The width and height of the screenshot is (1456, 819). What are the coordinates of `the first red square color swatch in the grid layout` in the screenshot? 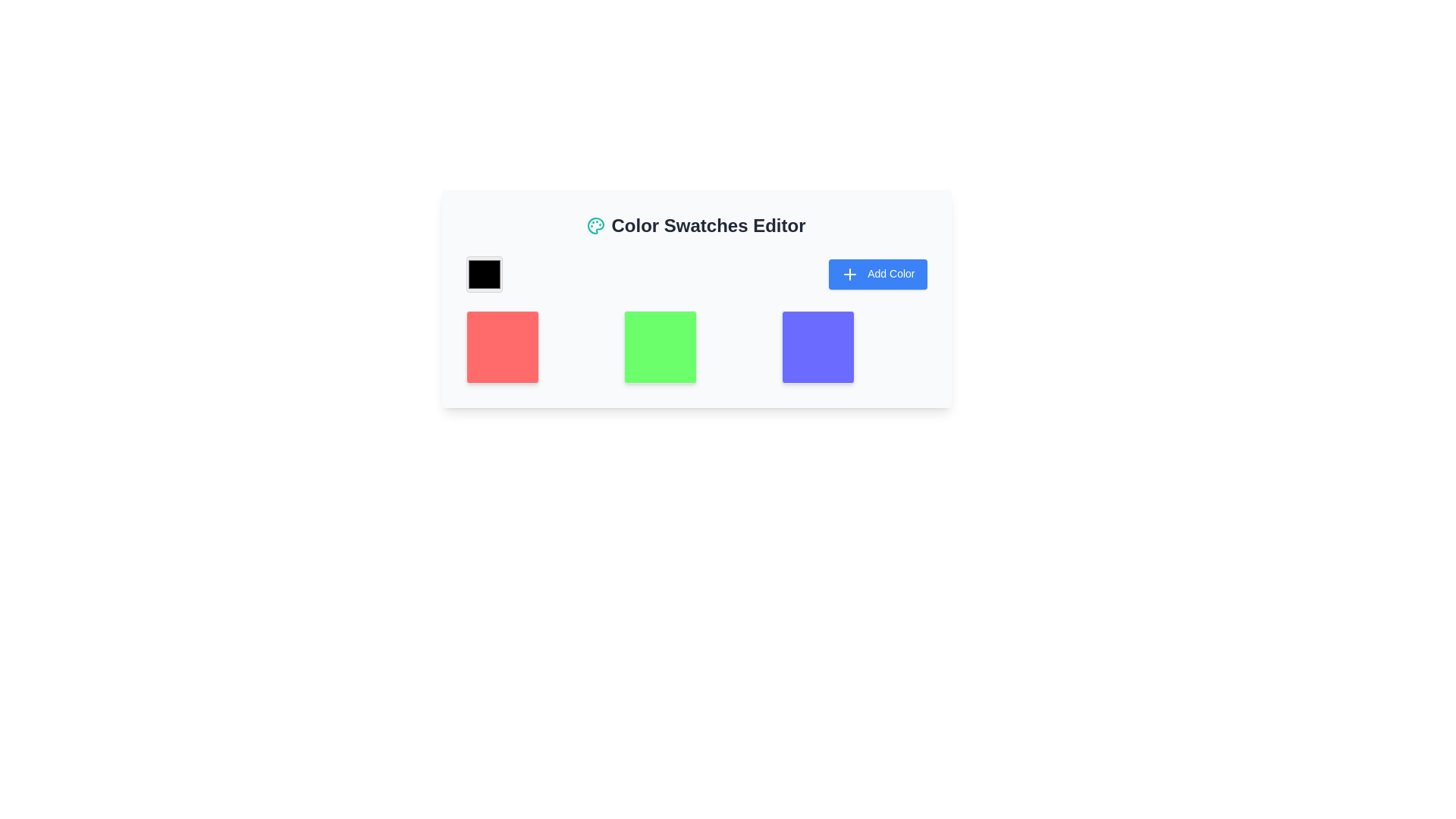 It's located at (538, 347).